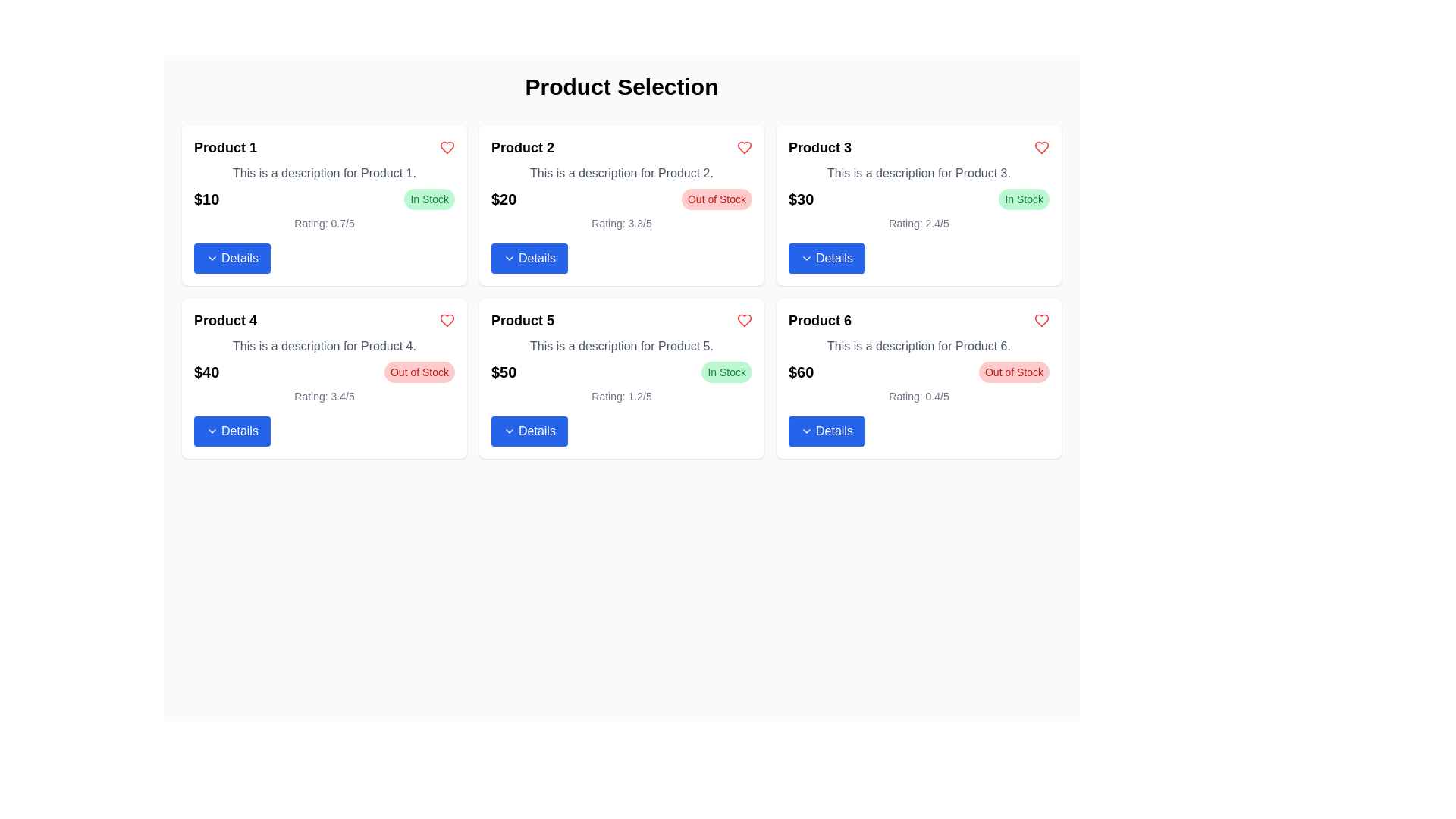  I want to click on the interactive button located at the bottom section of the card for 'Product 4' to trigger the hover effect, so click(231, 431).